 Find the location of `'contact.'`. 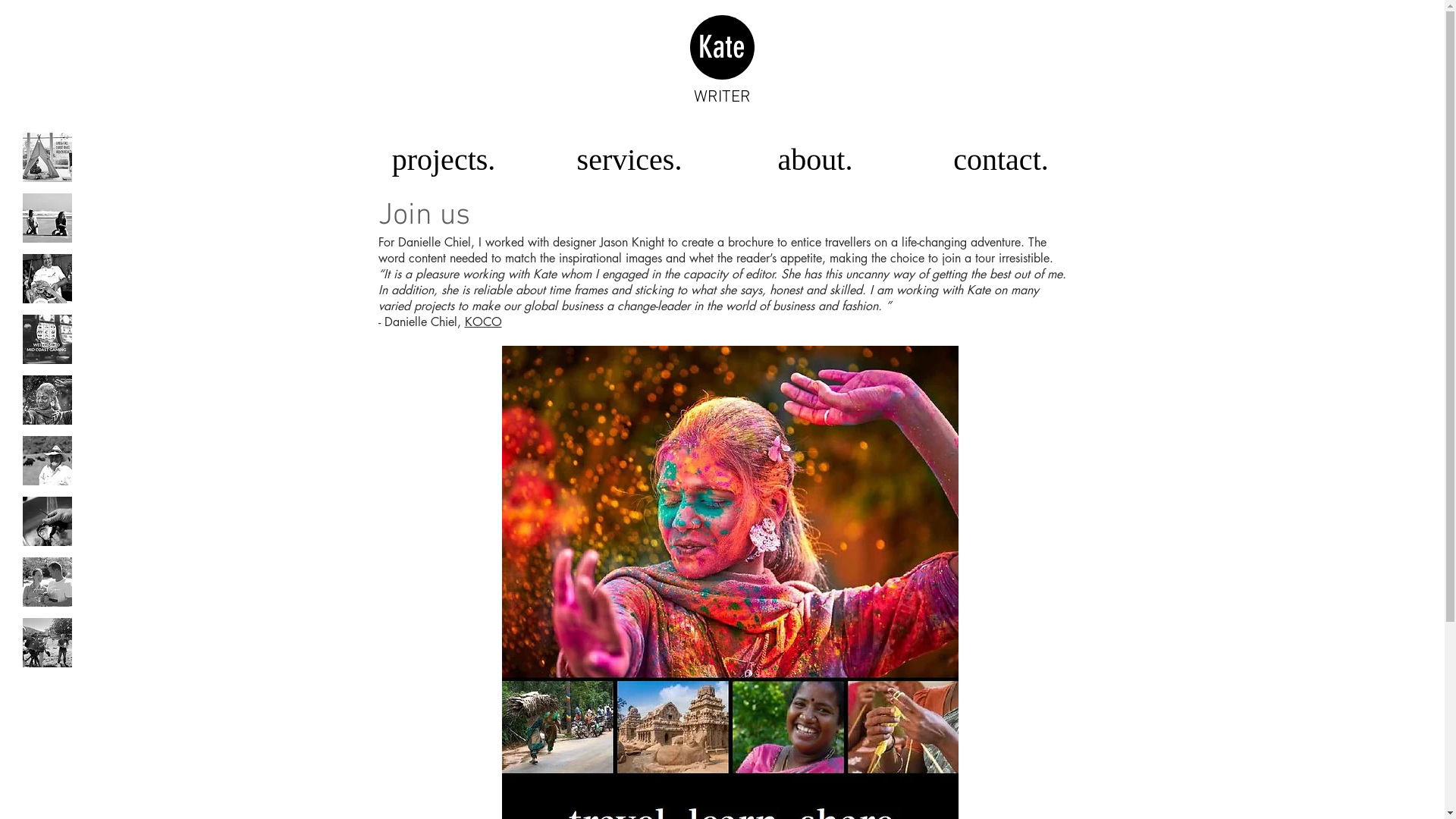

'contact.' is located at coordinates (1001, 159).